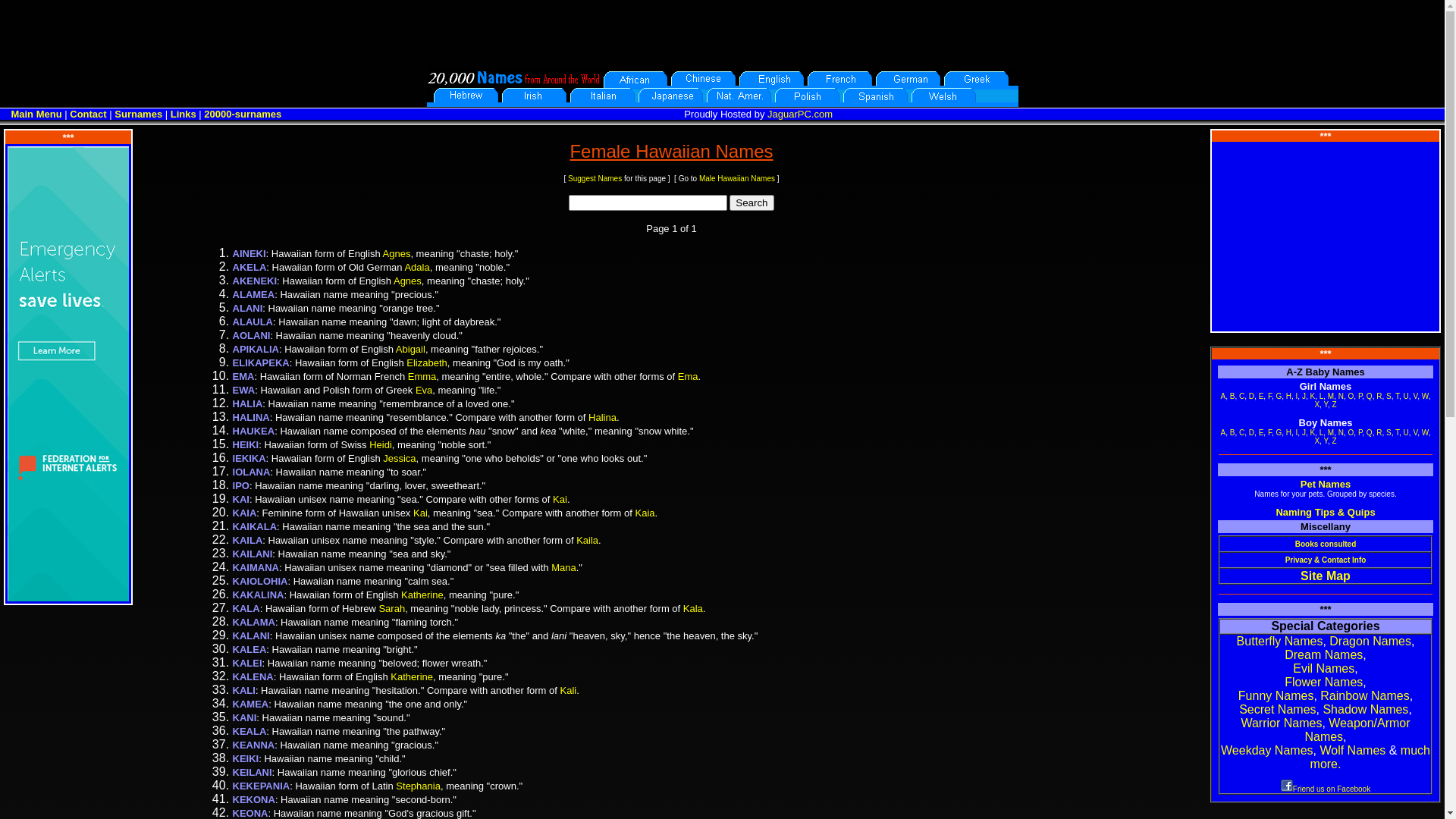  What do you see at coordinates (1369, 395) in the screenshot?
I see `'Q'` at bounding box center [1369, 395].